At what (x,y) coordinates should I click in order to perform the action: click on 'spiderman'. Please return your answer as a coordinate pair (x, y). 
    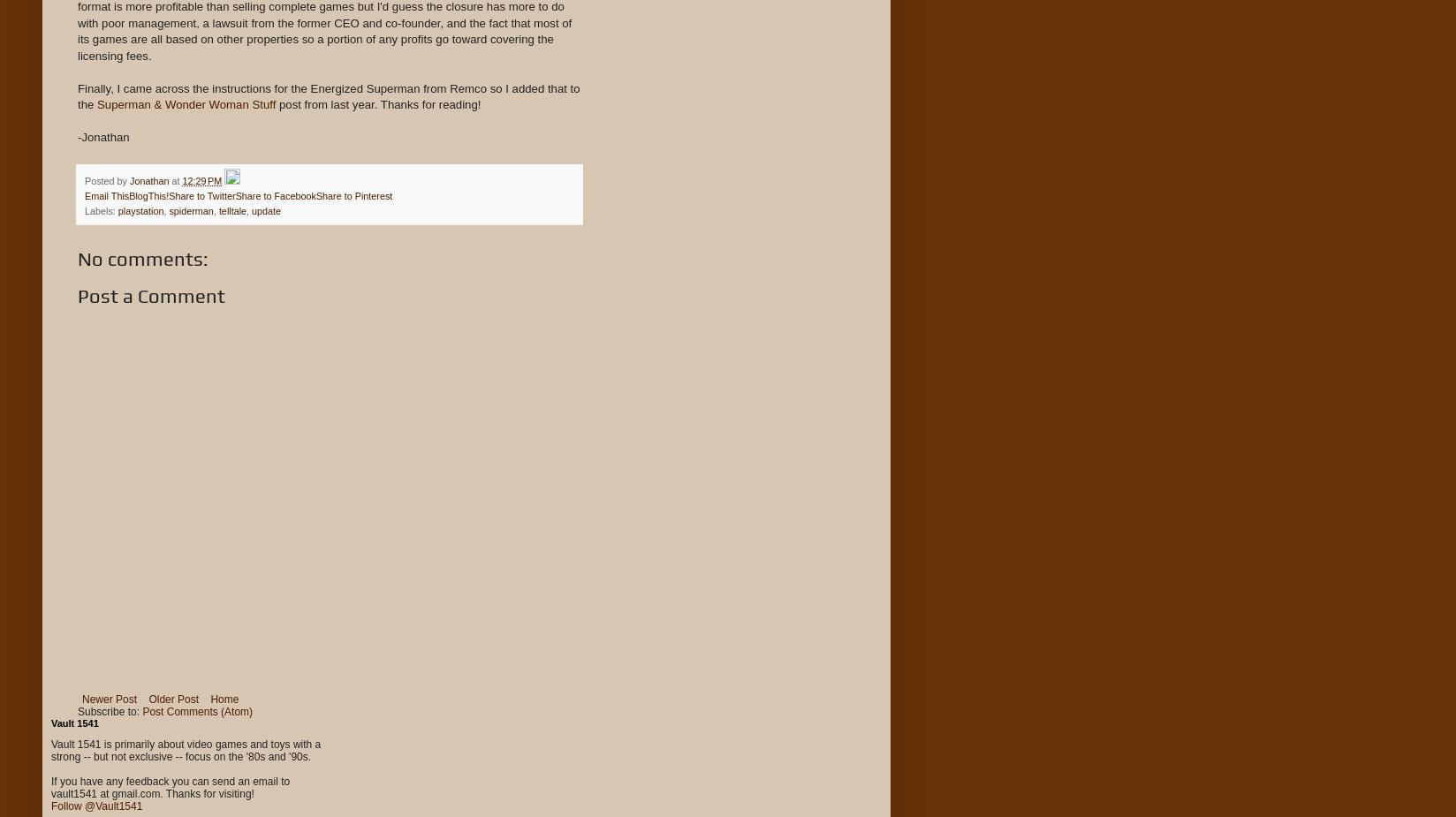
    Looking at the image, I should click on (190, 210).